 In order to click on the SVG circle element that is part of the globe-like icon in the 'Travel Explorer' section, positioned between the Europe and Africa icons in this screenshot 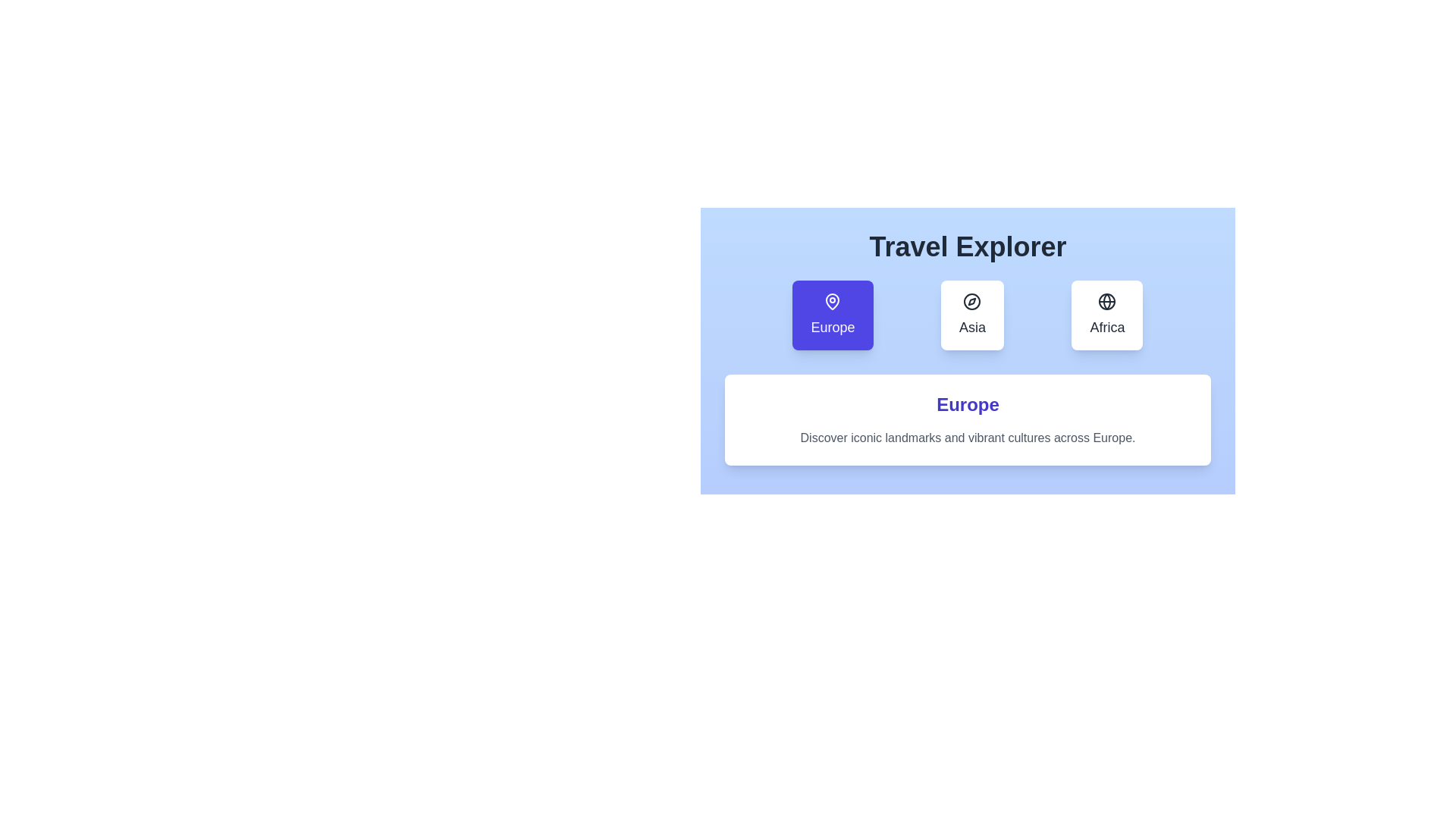, I will do `click(1107, 301)`.